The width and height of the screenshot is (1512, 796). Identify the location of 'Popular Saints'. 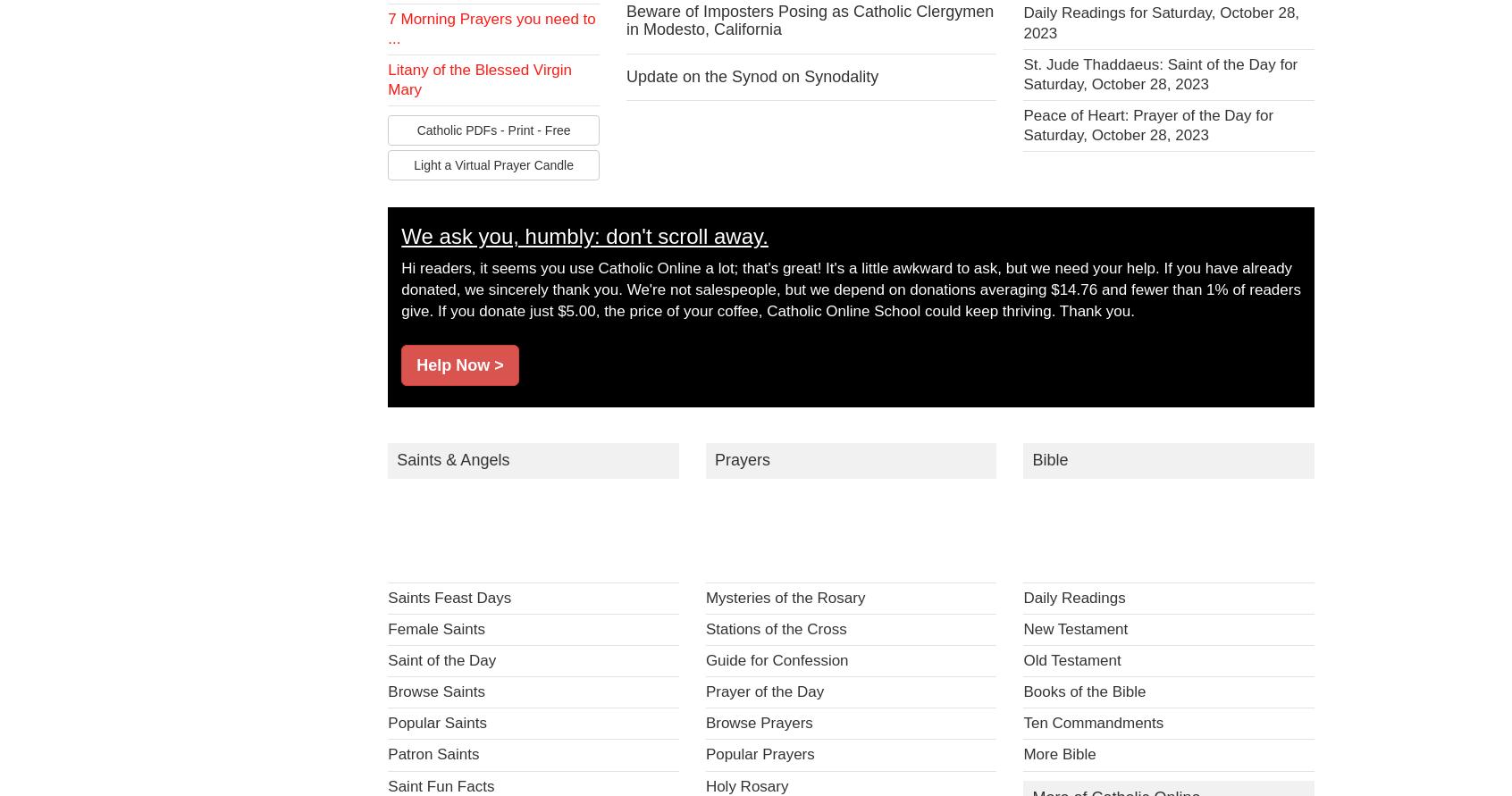
(435, 722).